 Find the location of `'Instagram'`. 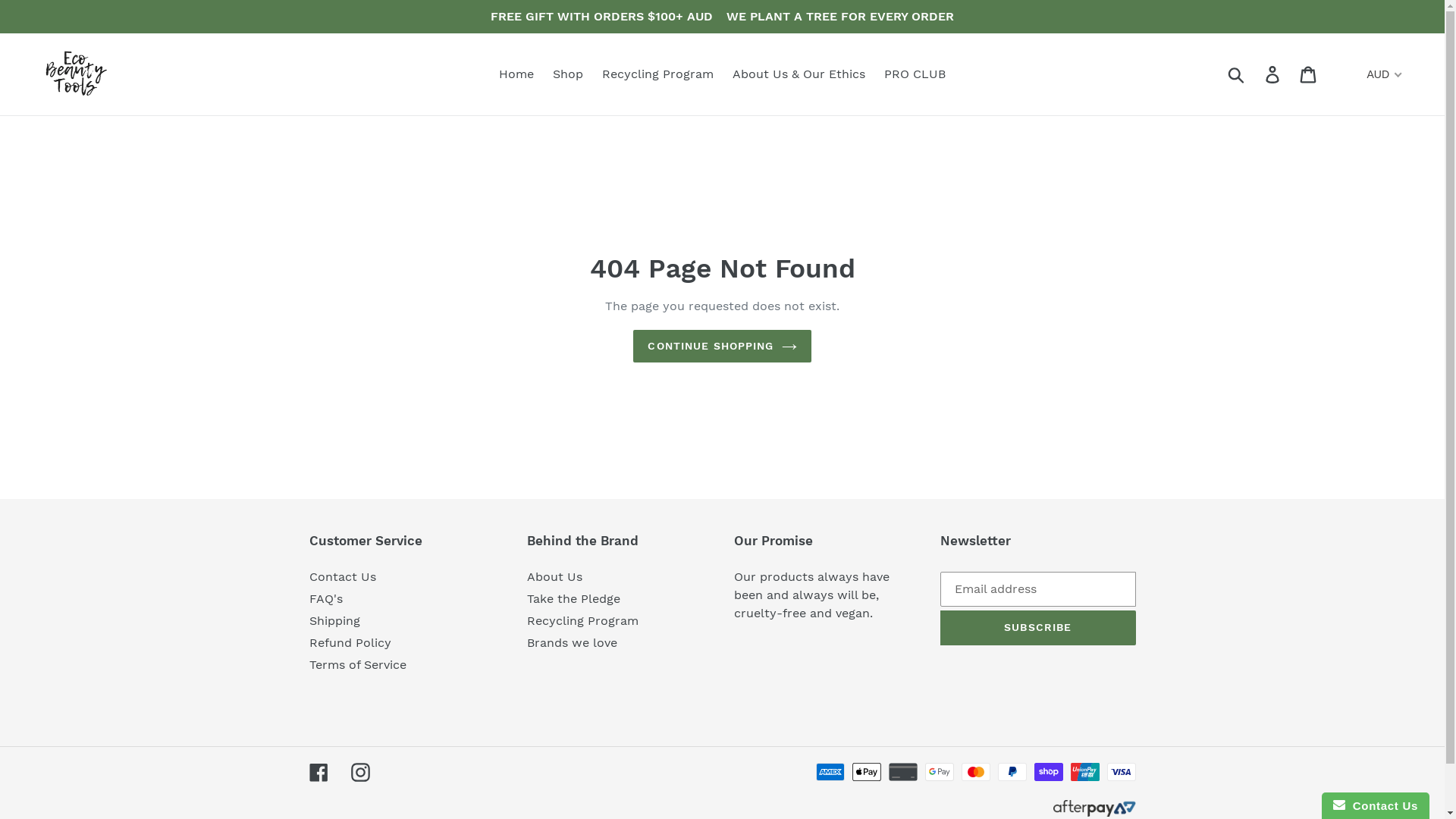

'Instagram' is located at coordinates (359, 772).